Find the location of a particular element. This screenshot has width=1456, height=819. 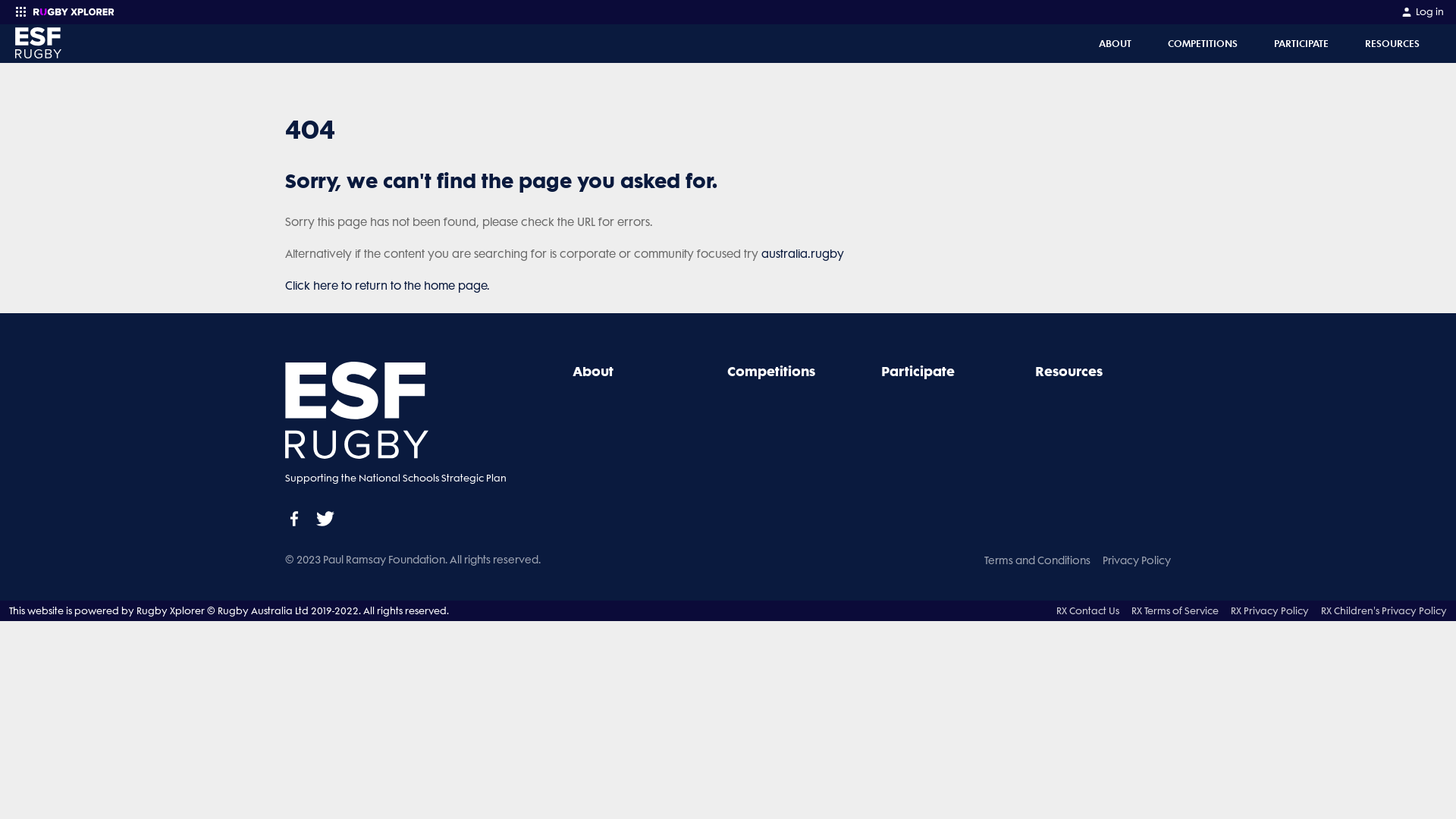

'RX Contact Us' is located at coordinates (1087, 610).